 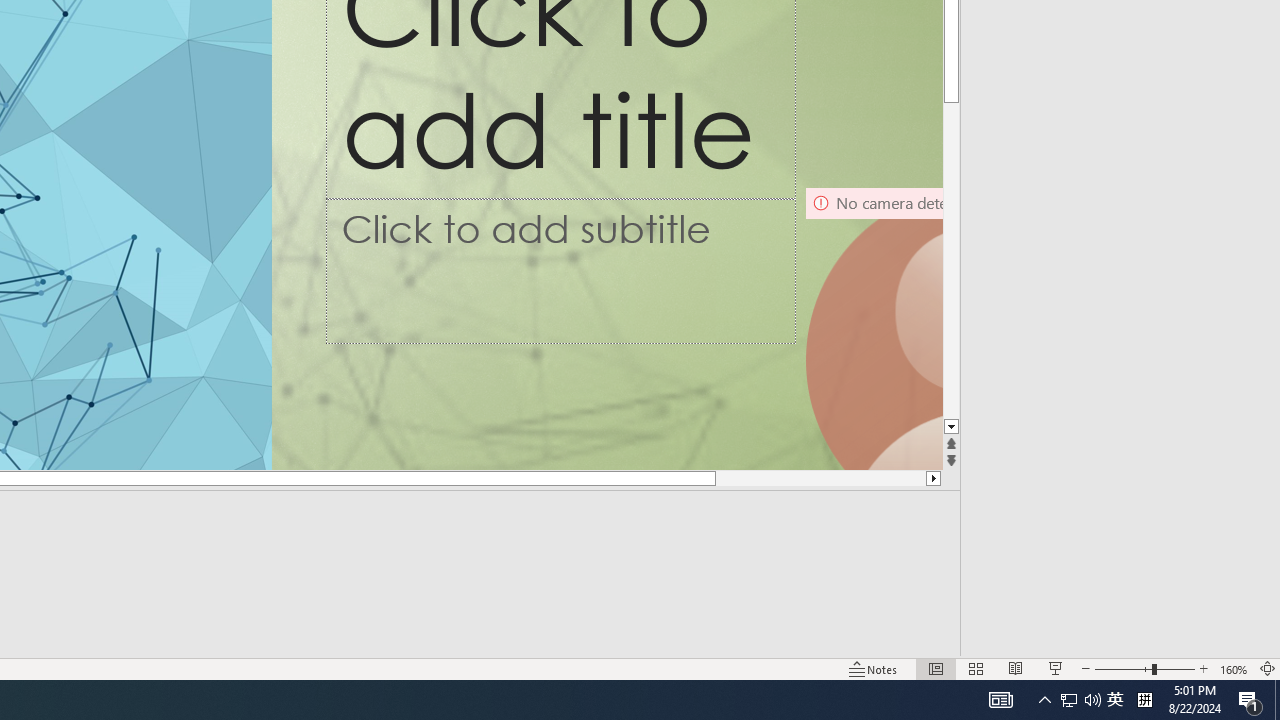 I want to click on 'Zoom 160%', so click(x=1233, y=669).